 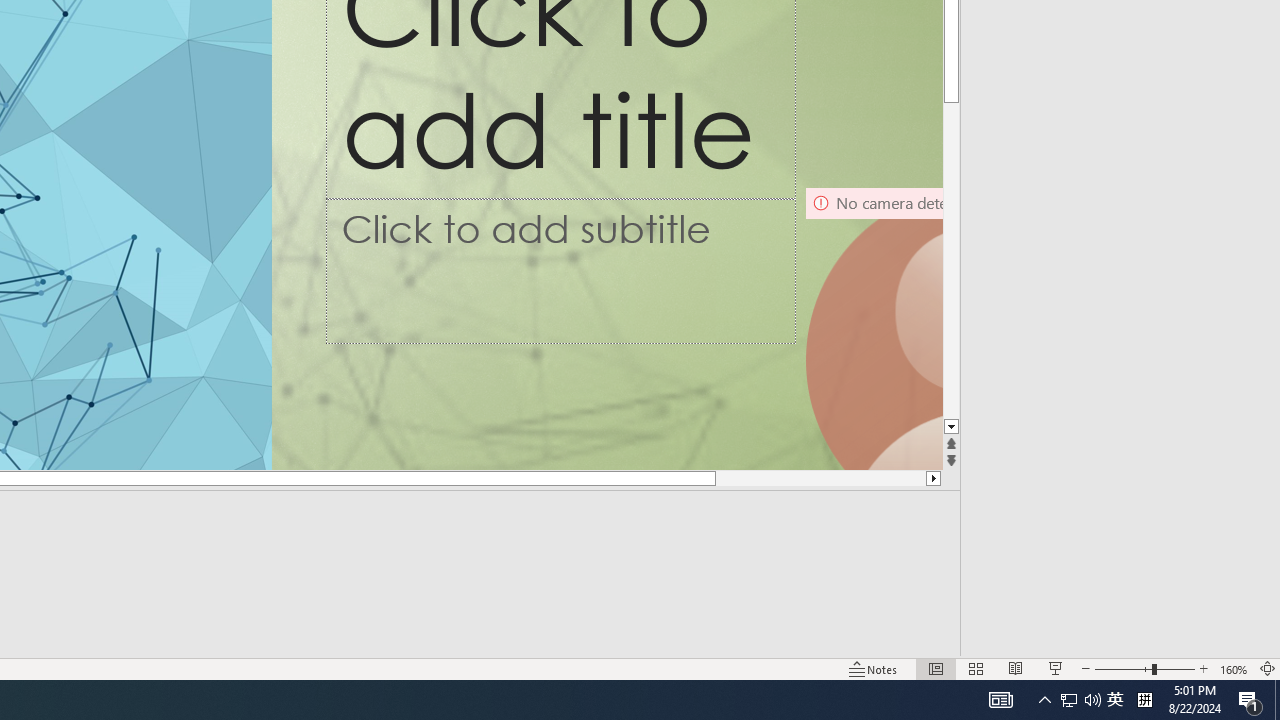 I want to click on 'Zoom 160%', so click(x=1233, y=669).